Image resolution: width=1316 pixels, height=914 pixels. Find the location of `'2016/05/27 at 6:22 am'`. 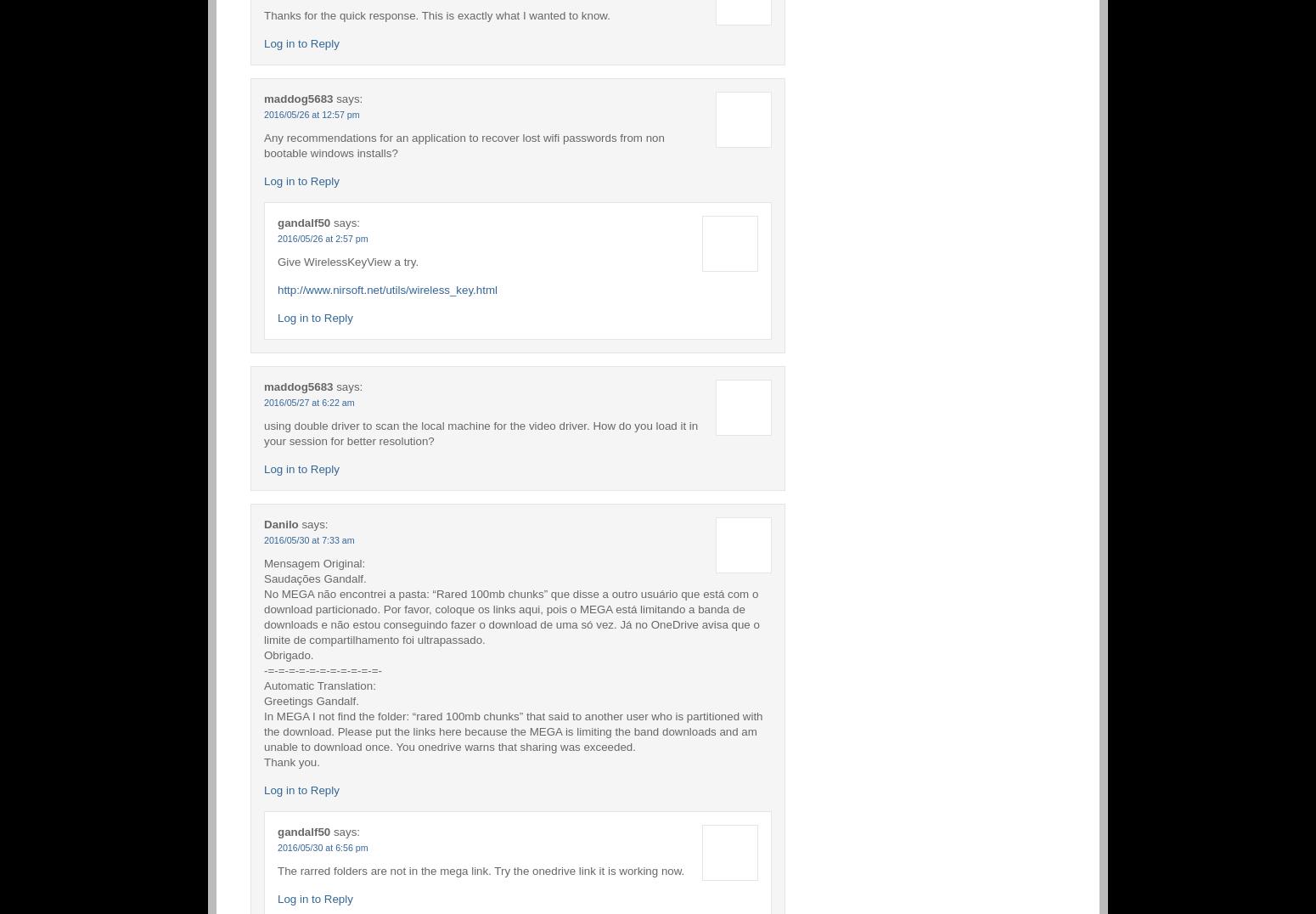

'2016/05/27 at 6:22 am' is located at coordinates (307, 401).